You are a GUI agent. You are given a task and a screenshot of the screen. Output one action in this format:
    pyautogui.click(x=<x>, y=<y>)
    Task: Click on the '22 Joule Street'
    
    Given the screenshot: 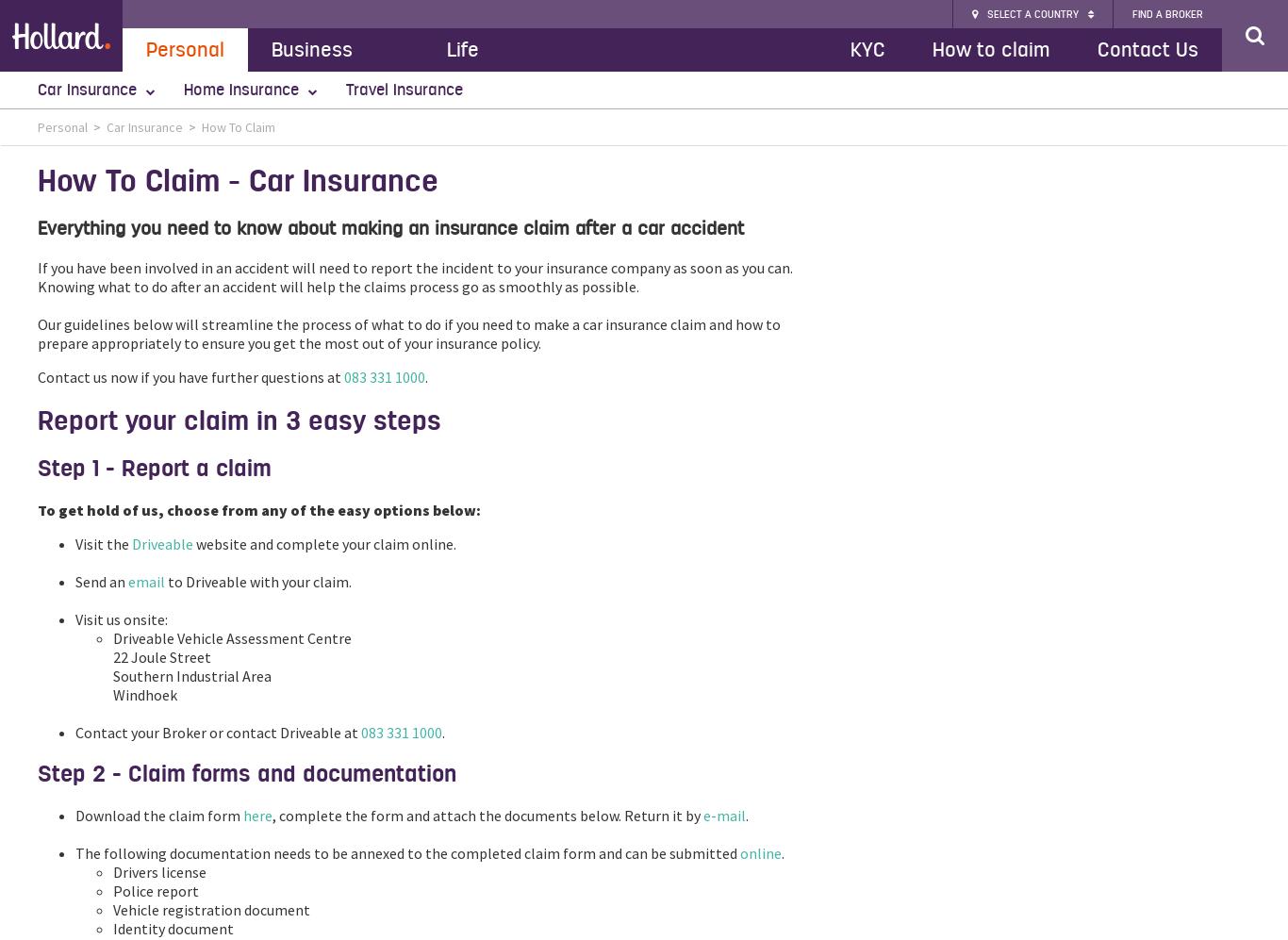 What is the action you would take?
    pyautogui.click(x=160, y=656)
    